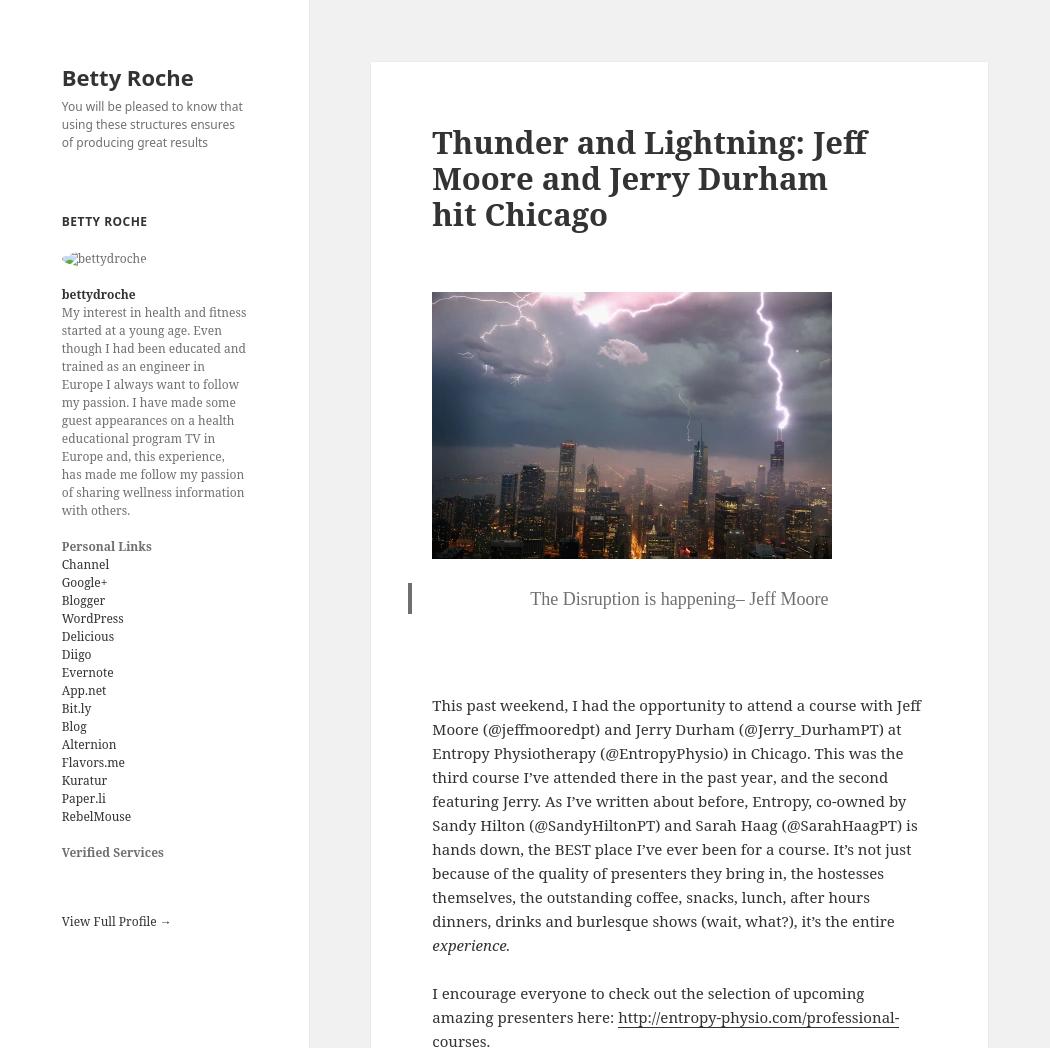  What do you see at coordinates (88, 744) in the screenshot?
I see `'Alternion'` at bounding box center [88, 744].